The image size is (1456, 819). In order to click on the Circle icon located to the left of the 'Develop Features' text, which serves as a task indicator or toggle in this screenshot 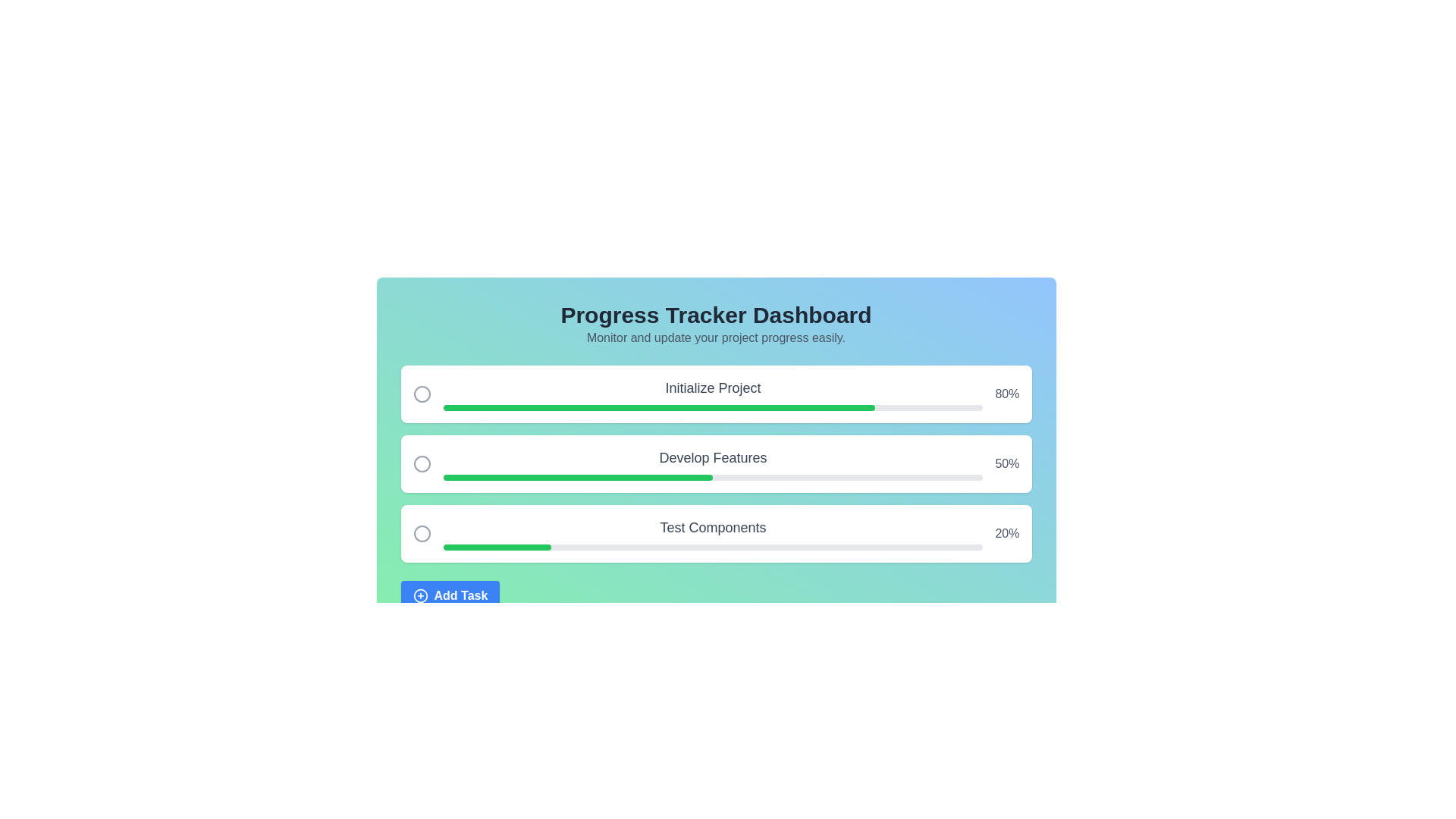, I will do `click(422, 463)`.